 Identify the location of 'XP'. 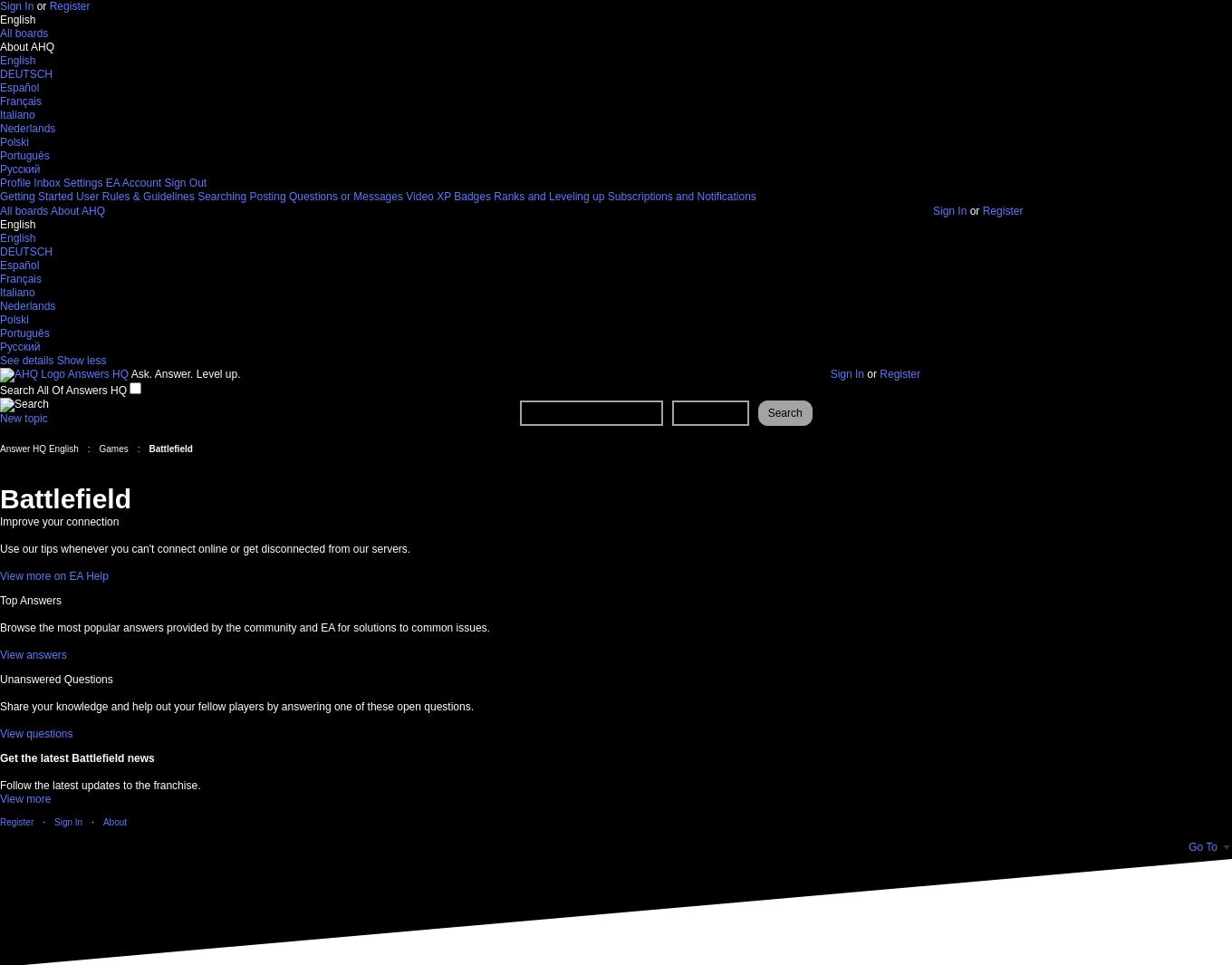
(443, 196).